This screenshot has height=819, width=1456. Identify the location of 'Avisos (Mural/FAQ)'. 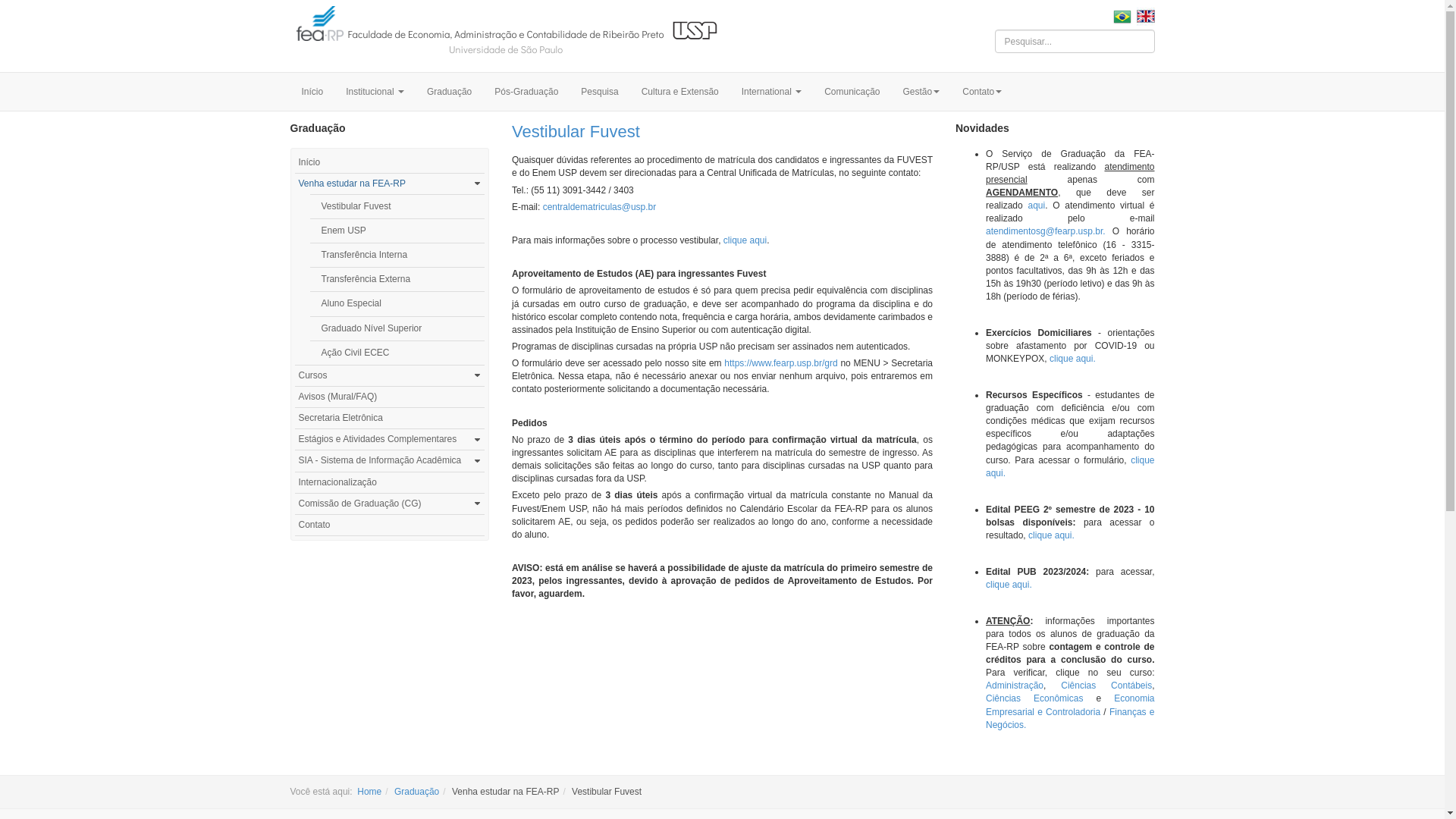
(294, 396).